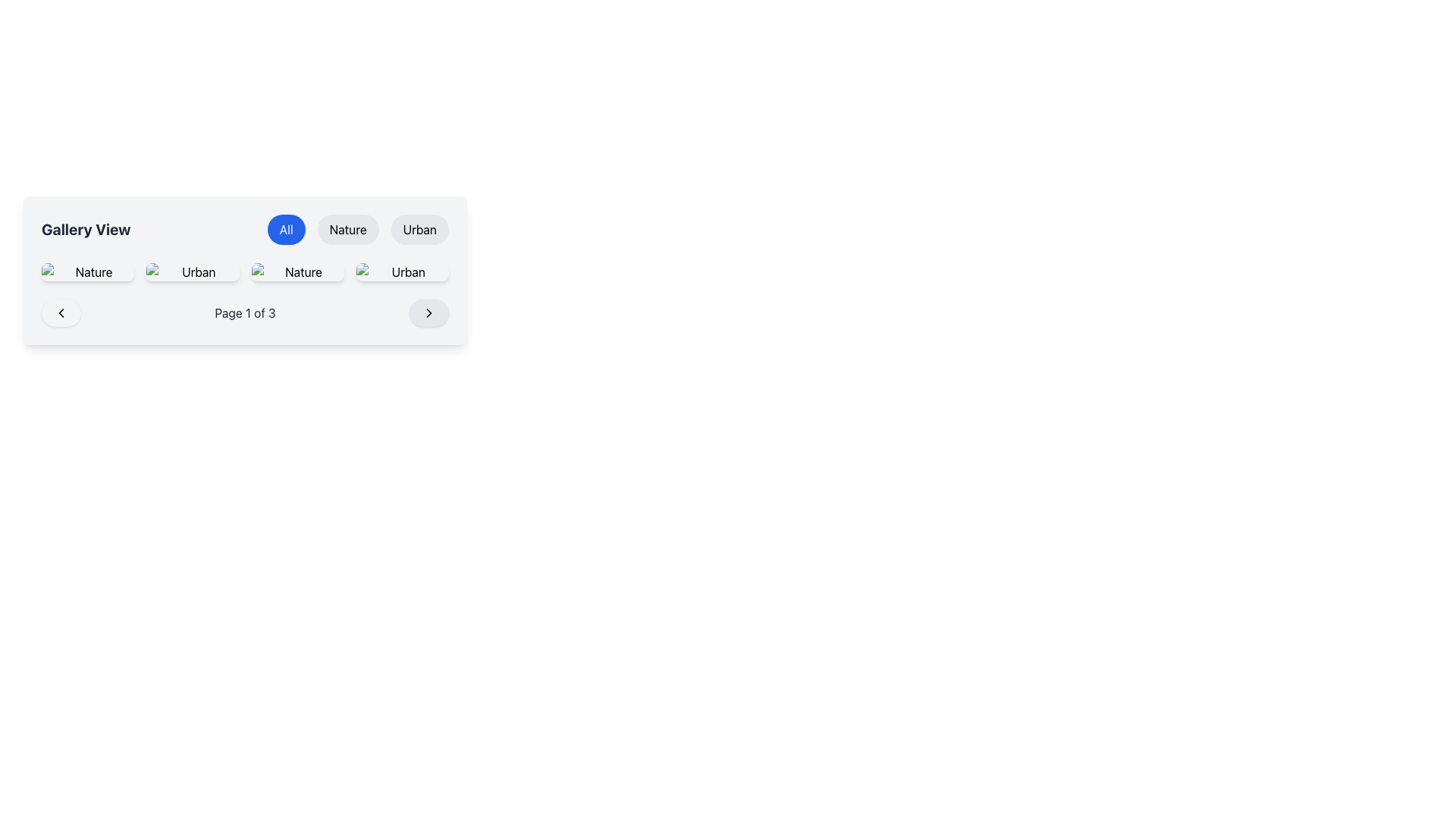  I want to click on the 'Nature' button, so click(87, 271).